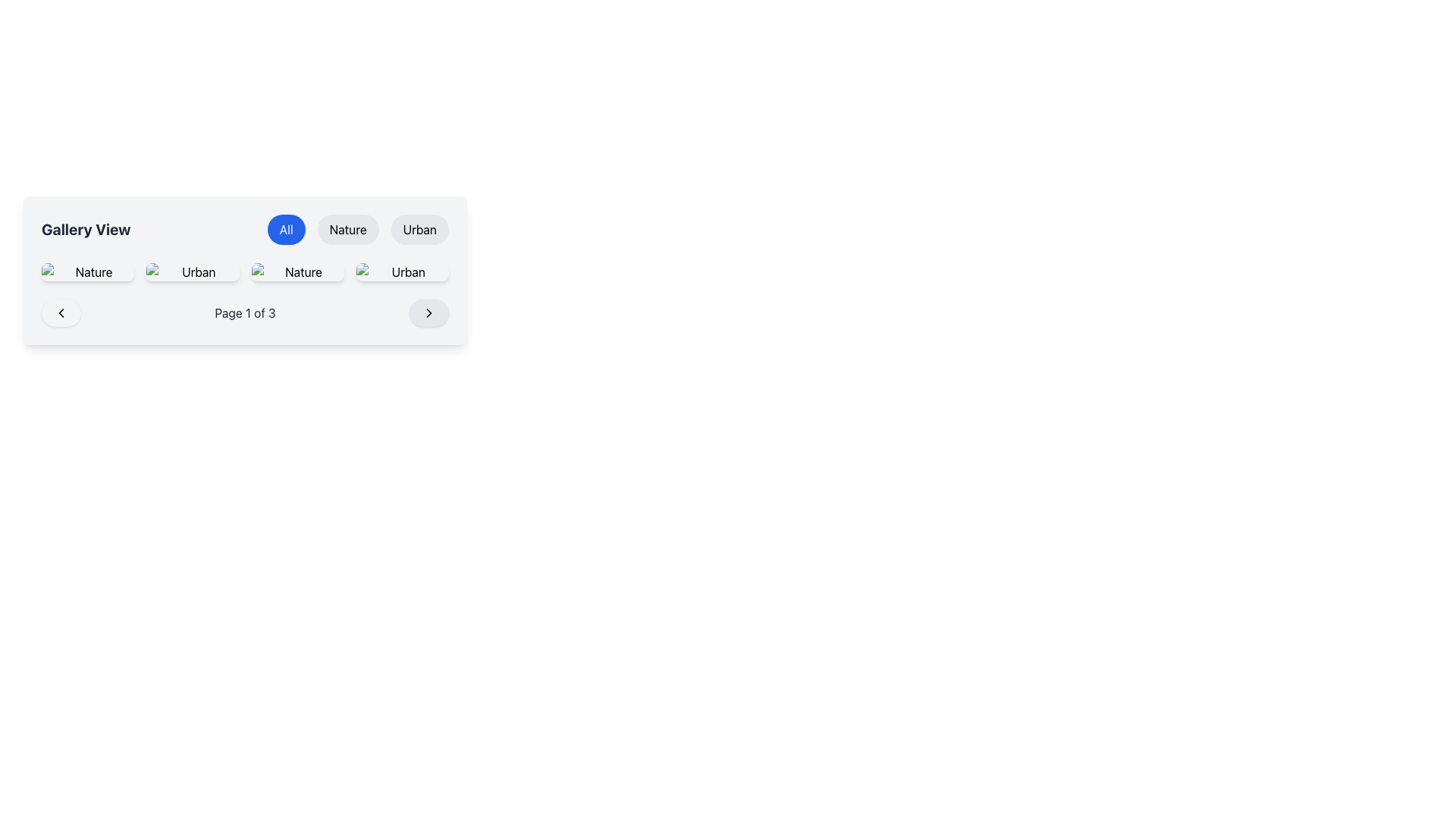  I want to click on the 'Nature' button, so click(87, 271).